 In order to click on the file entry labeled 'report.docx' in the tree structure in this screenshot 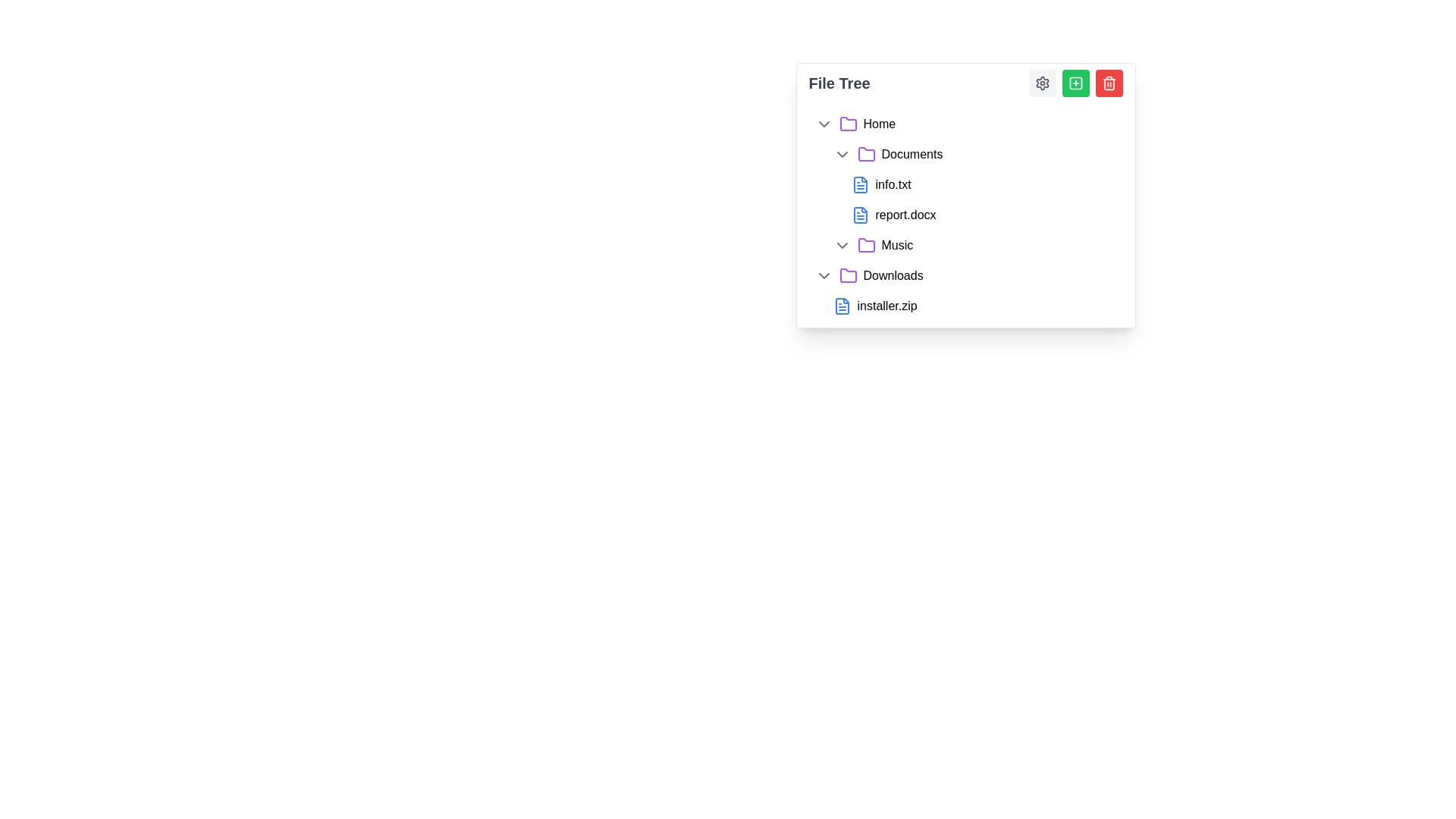, I will do `click(965, 215)`.